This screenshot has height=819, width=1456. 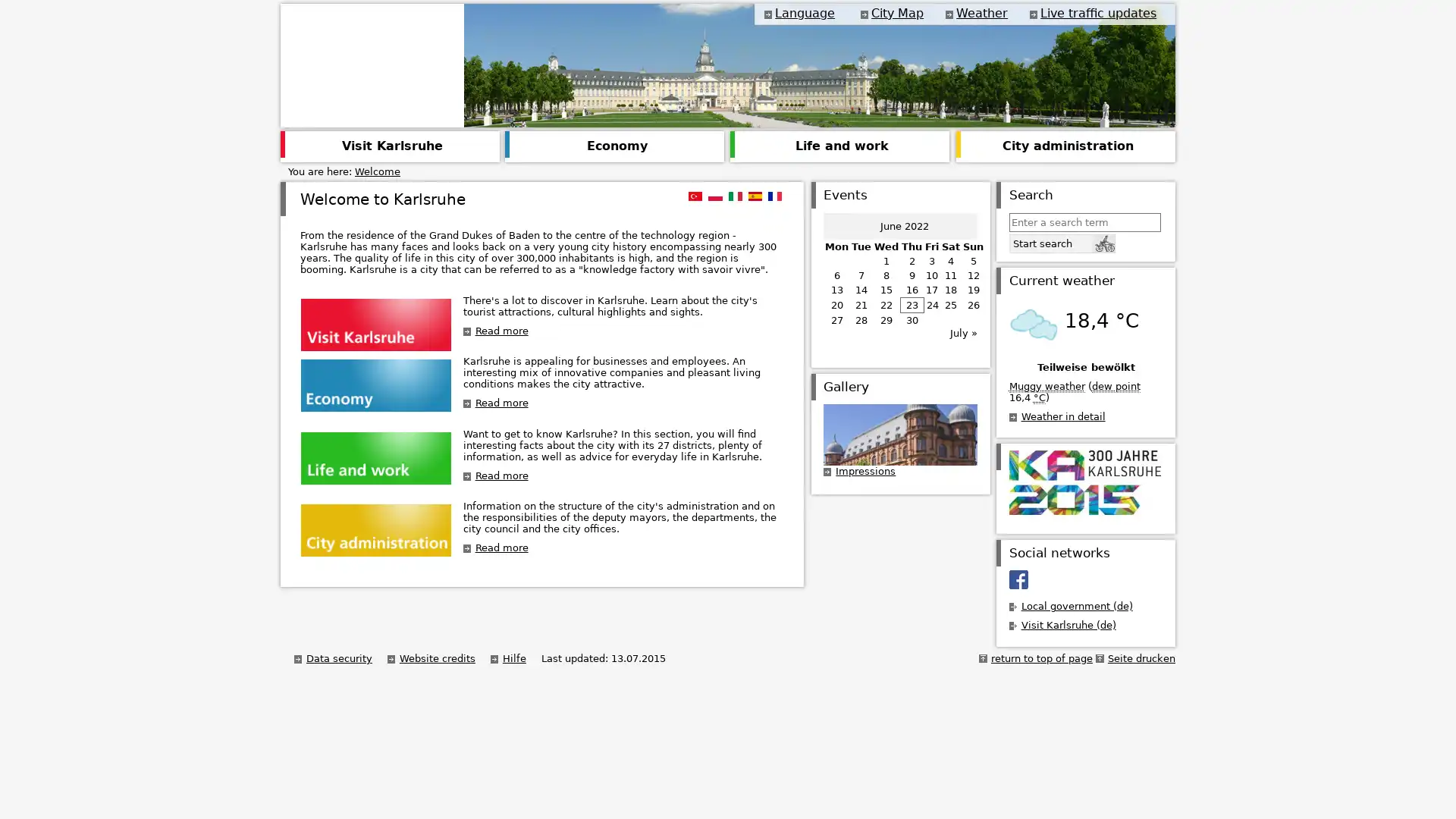 What do you see at coordinates (1061, 242) in the screenshot?
I see `Start search` at bounding box center [1061, 242].